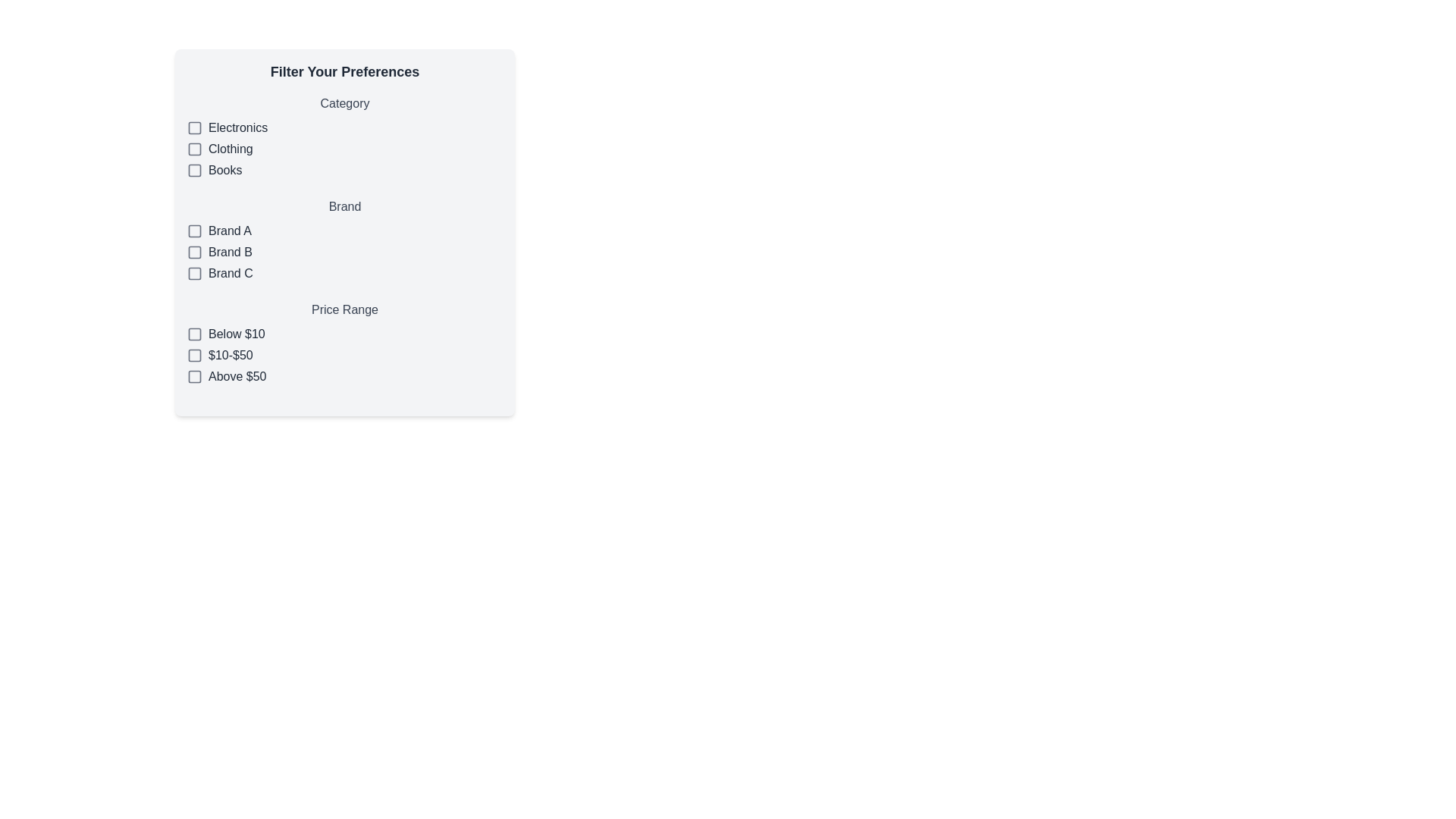  Describe the element at coordinates (237, 127) in the screenshot. I see `the 'Electronics' category text label, which is aligned to the right of a checkbox in the filter sidebar` at that location.